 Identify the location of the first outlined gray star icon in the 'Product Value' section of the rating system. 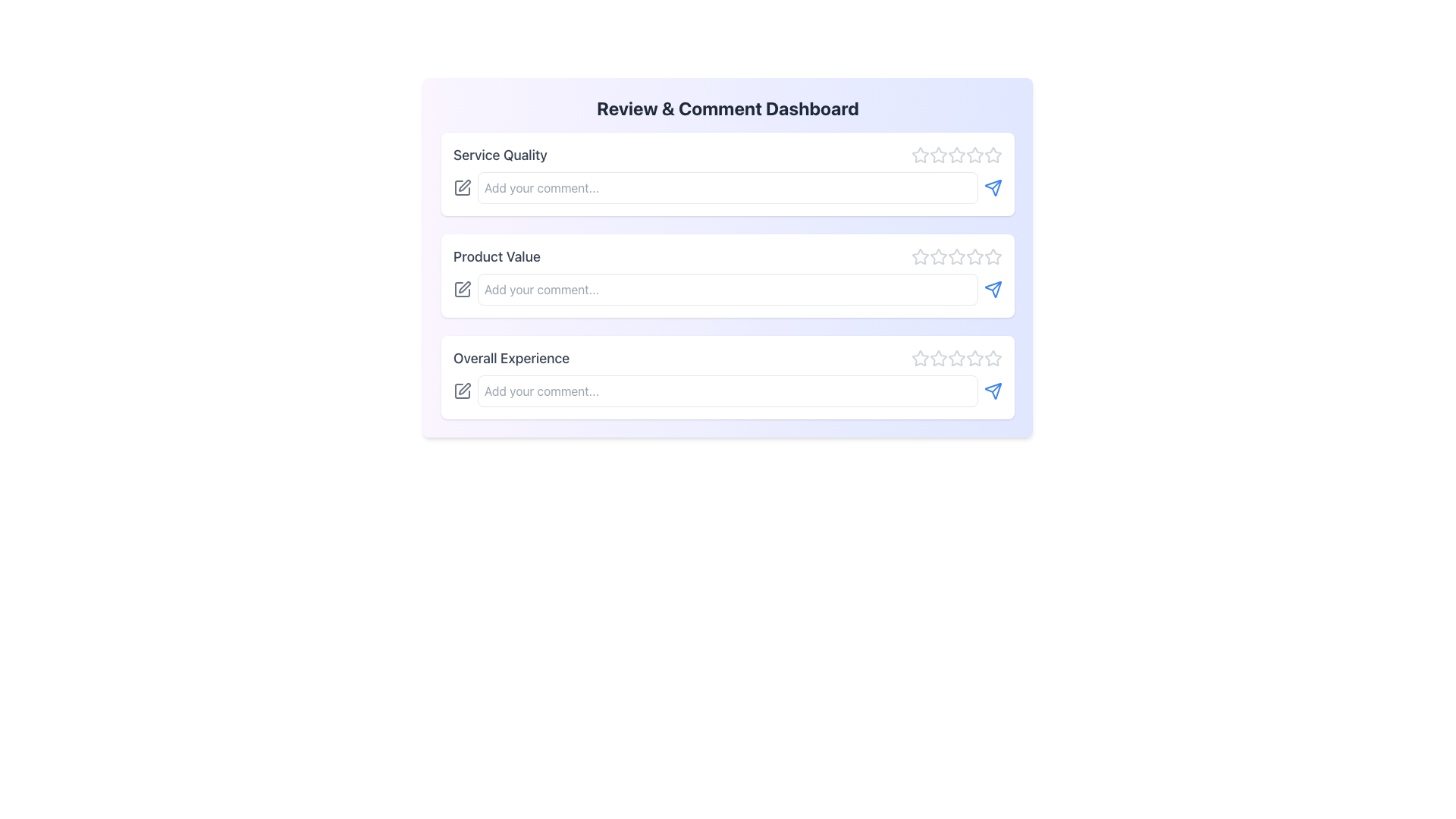
(920, 256).